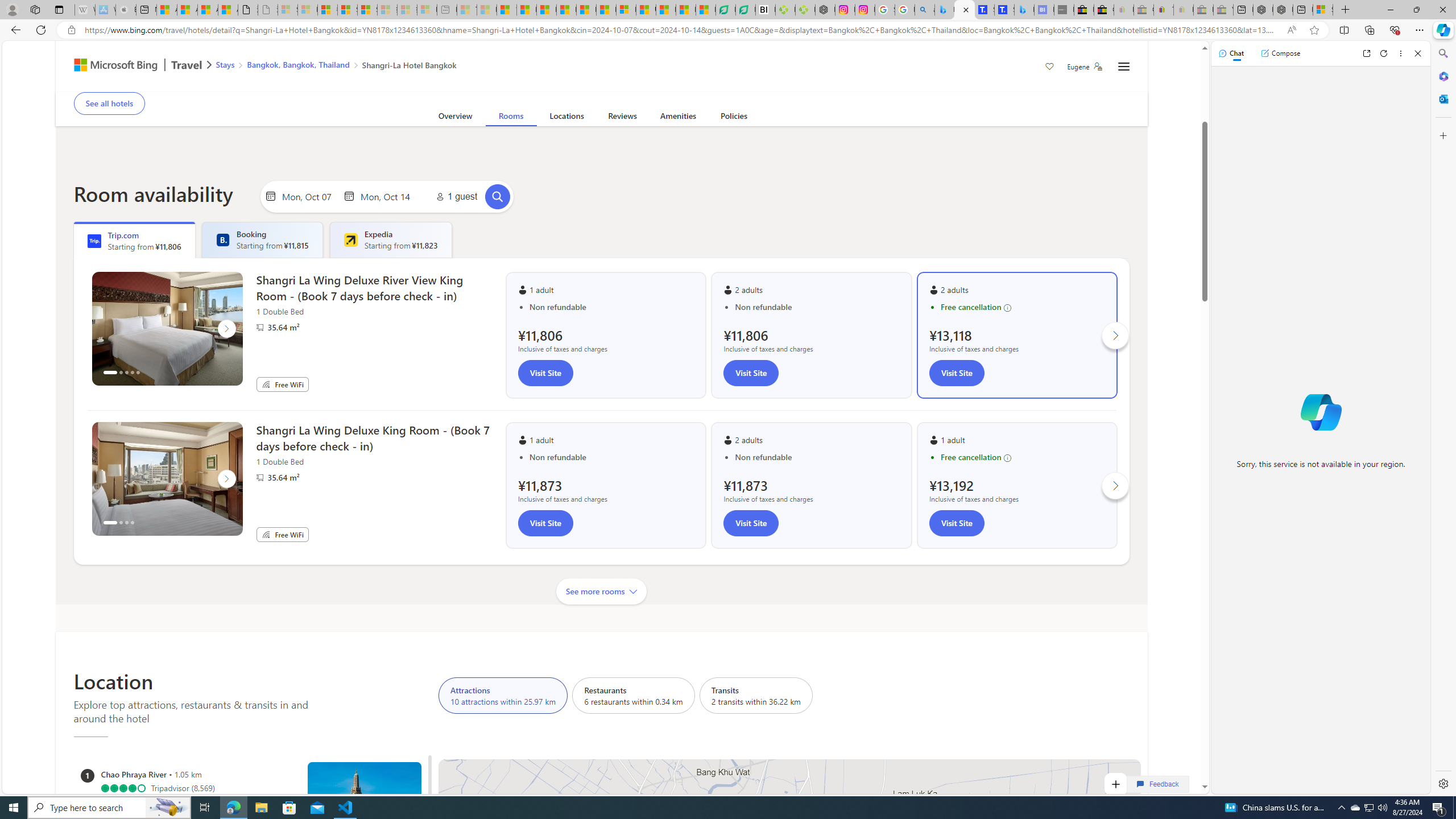 The width and height of the screenshot is (1456, 819). I want to click on 'AutomationID: bread-crumb-root', so click(329, 66).